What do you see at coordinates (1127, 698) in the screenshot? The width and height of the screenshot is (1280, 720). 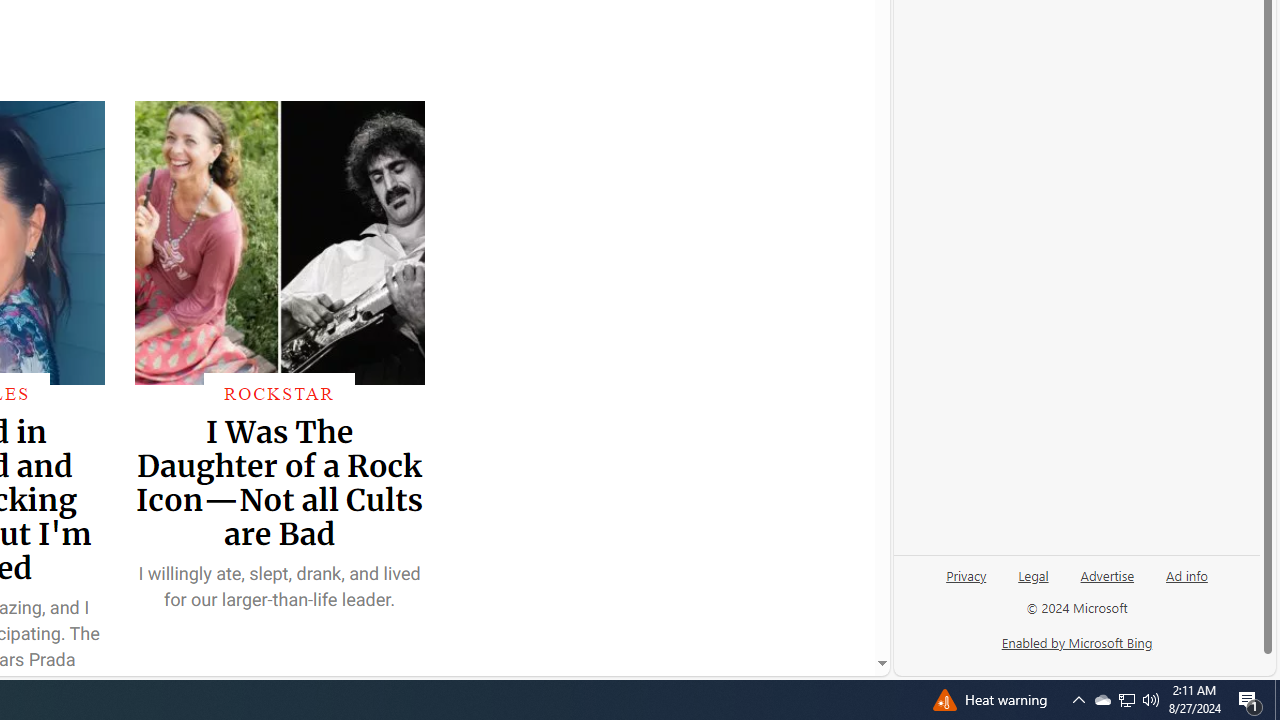 I see `'User Promoted Notification Area'` at bounding box center [1127, 698].